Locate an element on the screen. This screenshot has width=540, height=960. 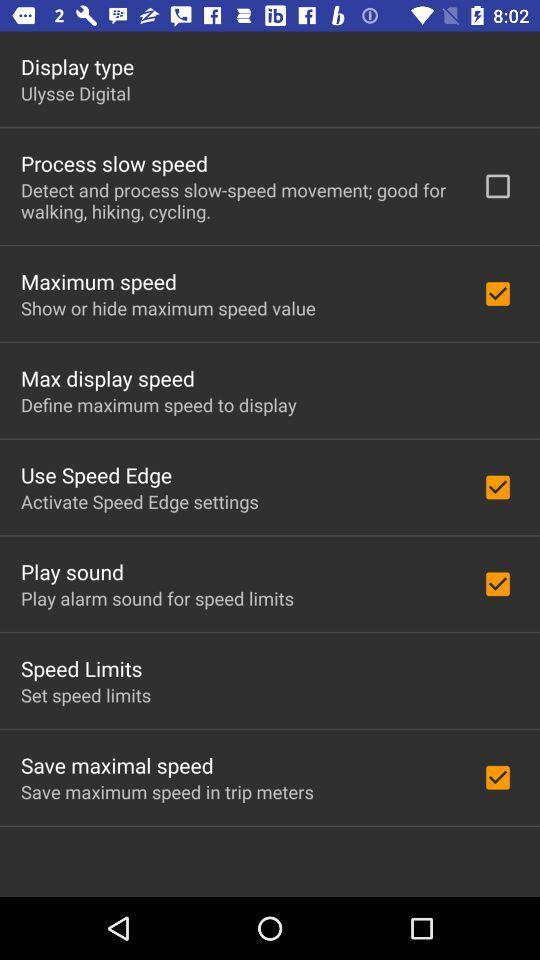
ulysse digital is located at coordinates (74, 93).